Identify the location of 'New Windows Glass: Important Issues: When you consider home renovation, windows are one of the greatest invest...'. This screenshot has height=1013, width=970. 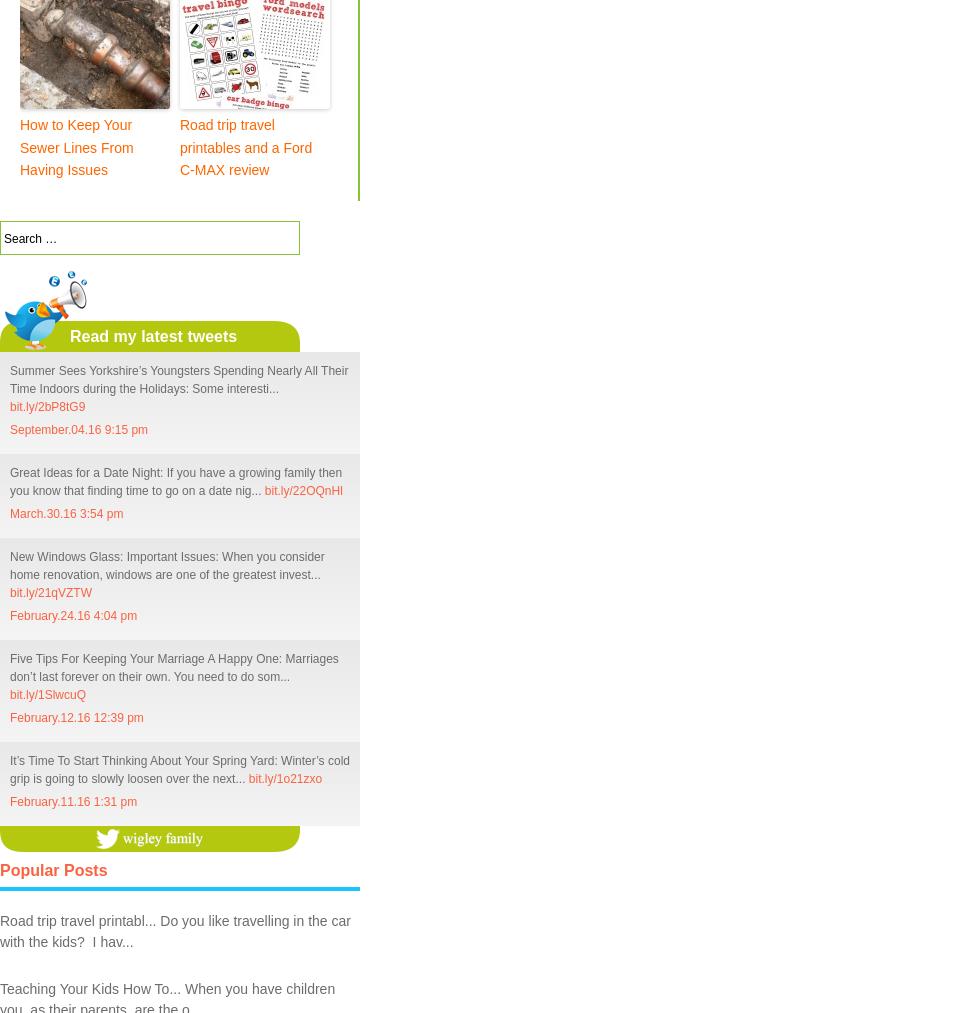
(166, 564).